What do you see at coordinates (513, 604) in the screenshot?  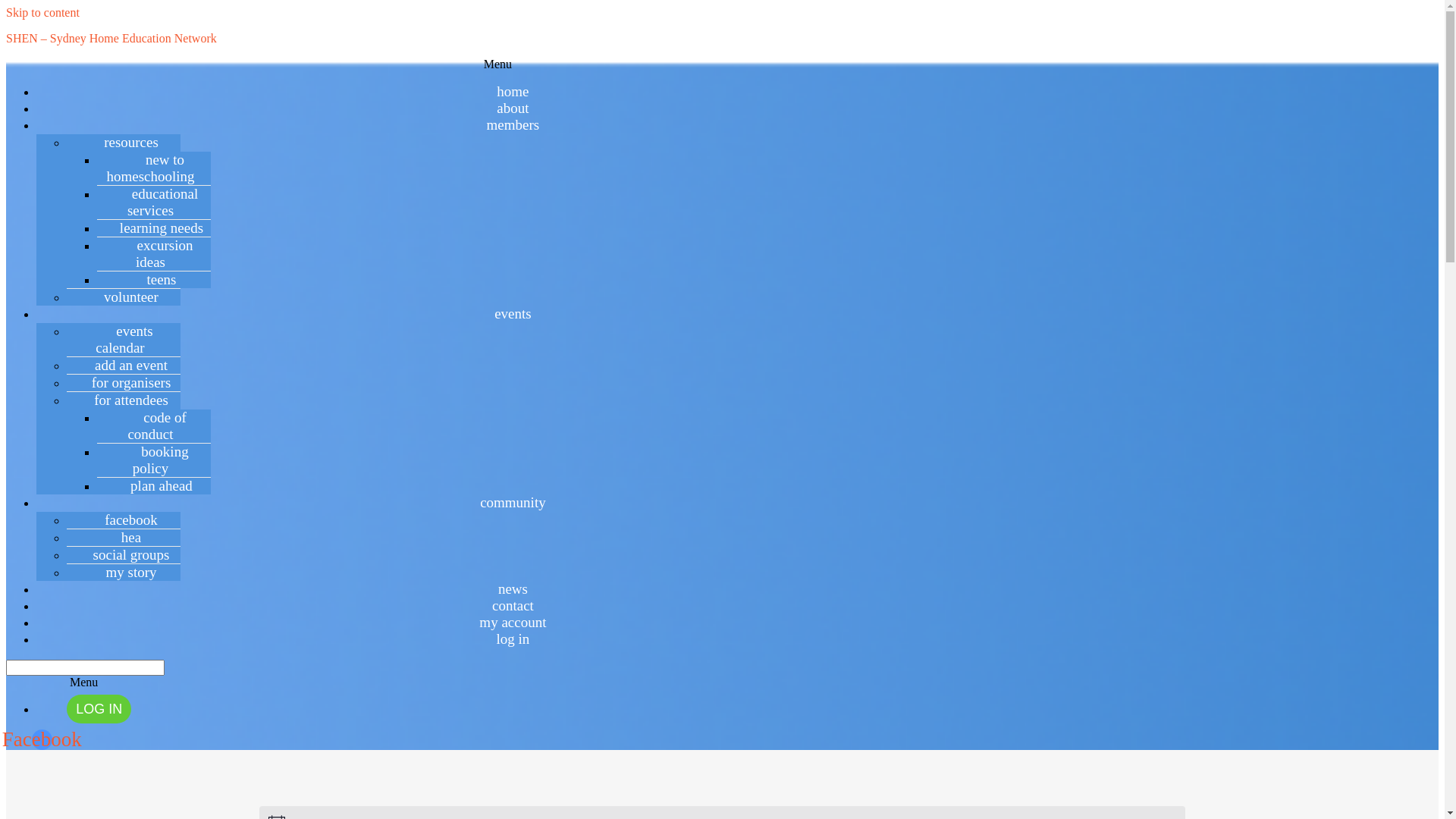 I see `'contact'` at bounding box center [513, 604].